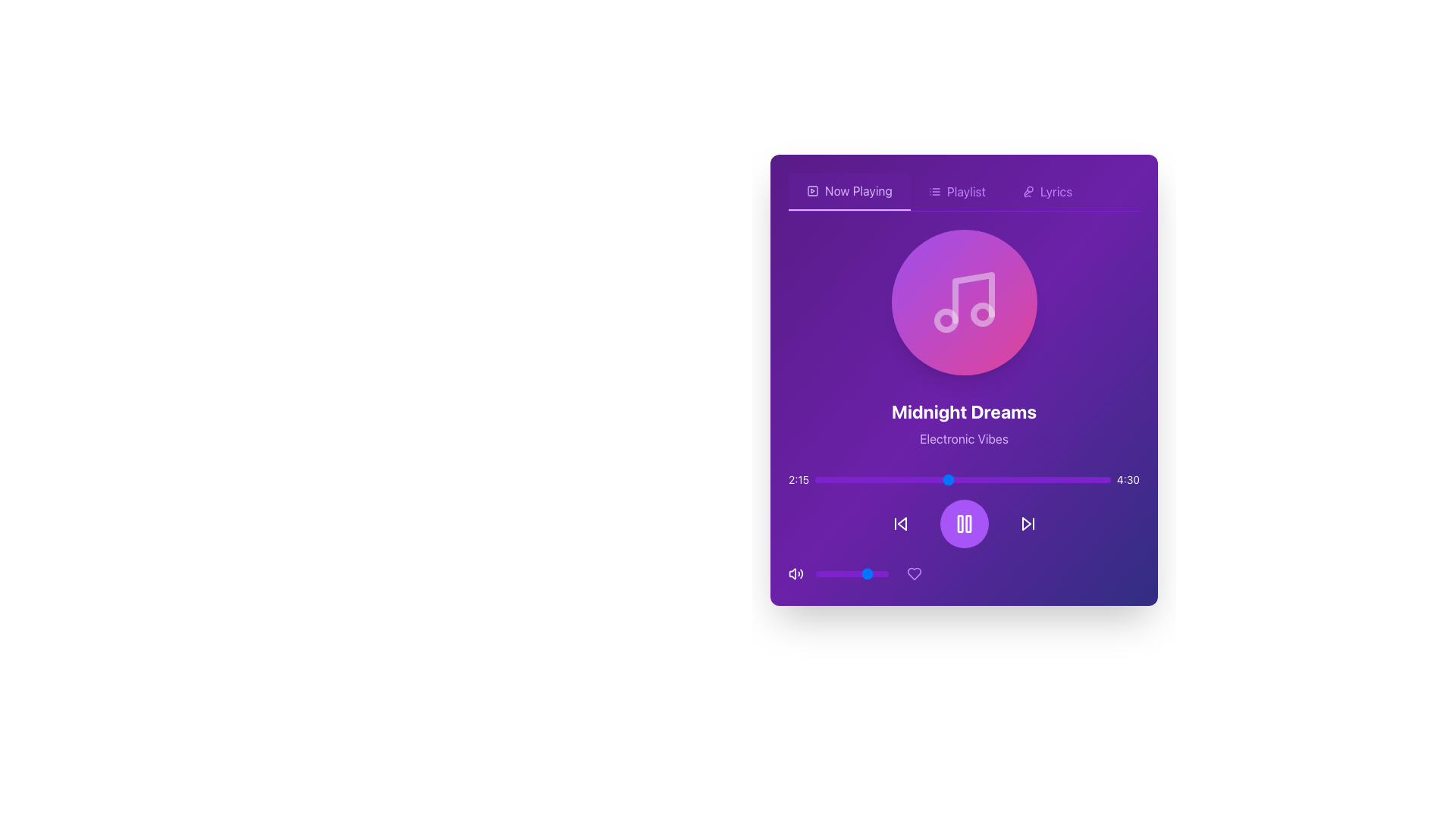 The height and width of the screenshot is (819, 1456). Describe the element at coordinates (1028, 522) in the screenshot. I see `the 'Skip Forward' button, which is represented as a monochrome forward arrow icon on a purple background, located at the end of the row of media control buttons` at that location.